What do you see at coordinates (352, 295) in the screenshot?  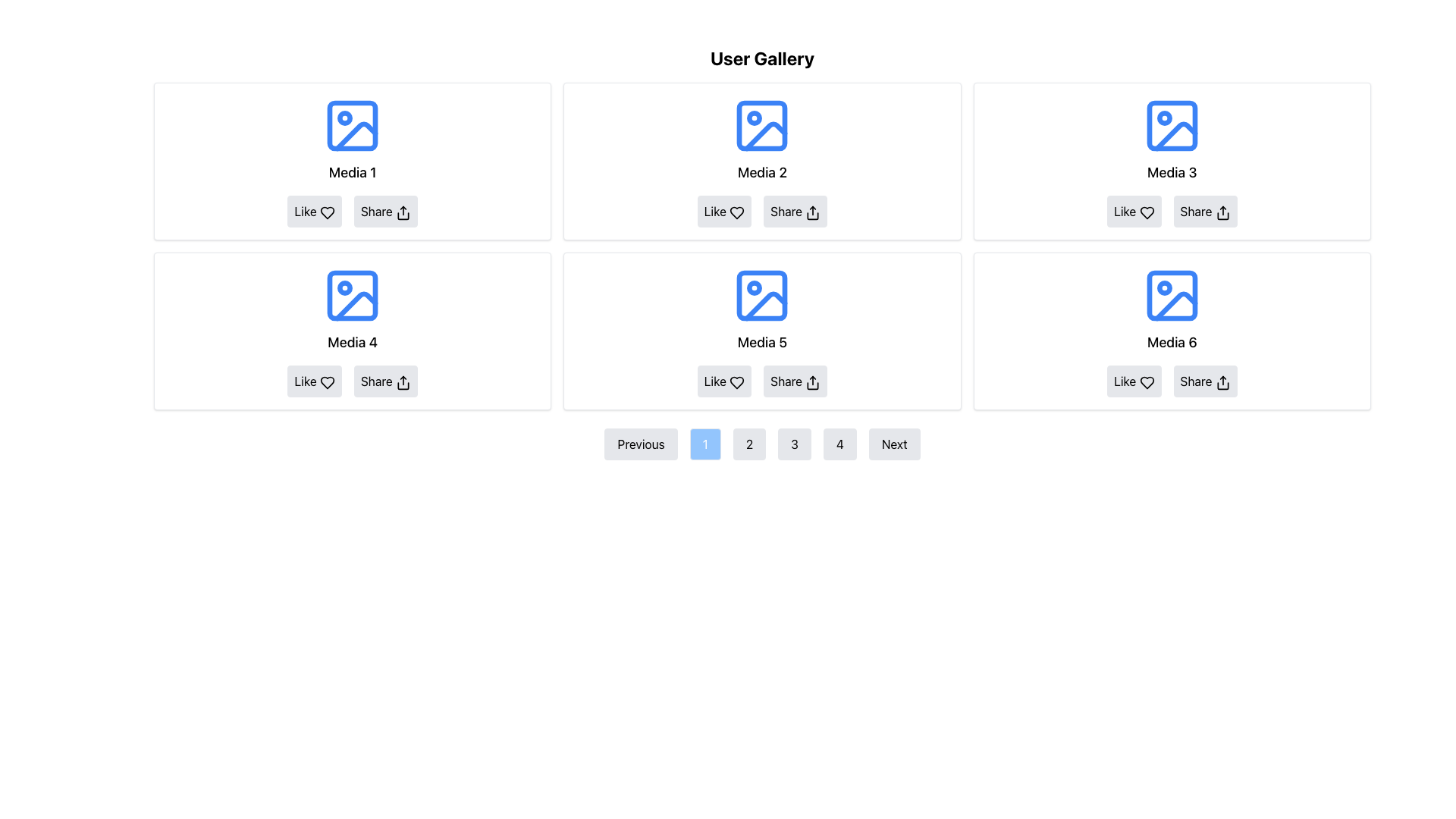 I see `the small rectangular decorative graphical component with rounded corners located in the top-left corner of the larger icon with a blue outline, which is part of the grid of interactive media preview thumbnails` at bounding box center [352, 295].